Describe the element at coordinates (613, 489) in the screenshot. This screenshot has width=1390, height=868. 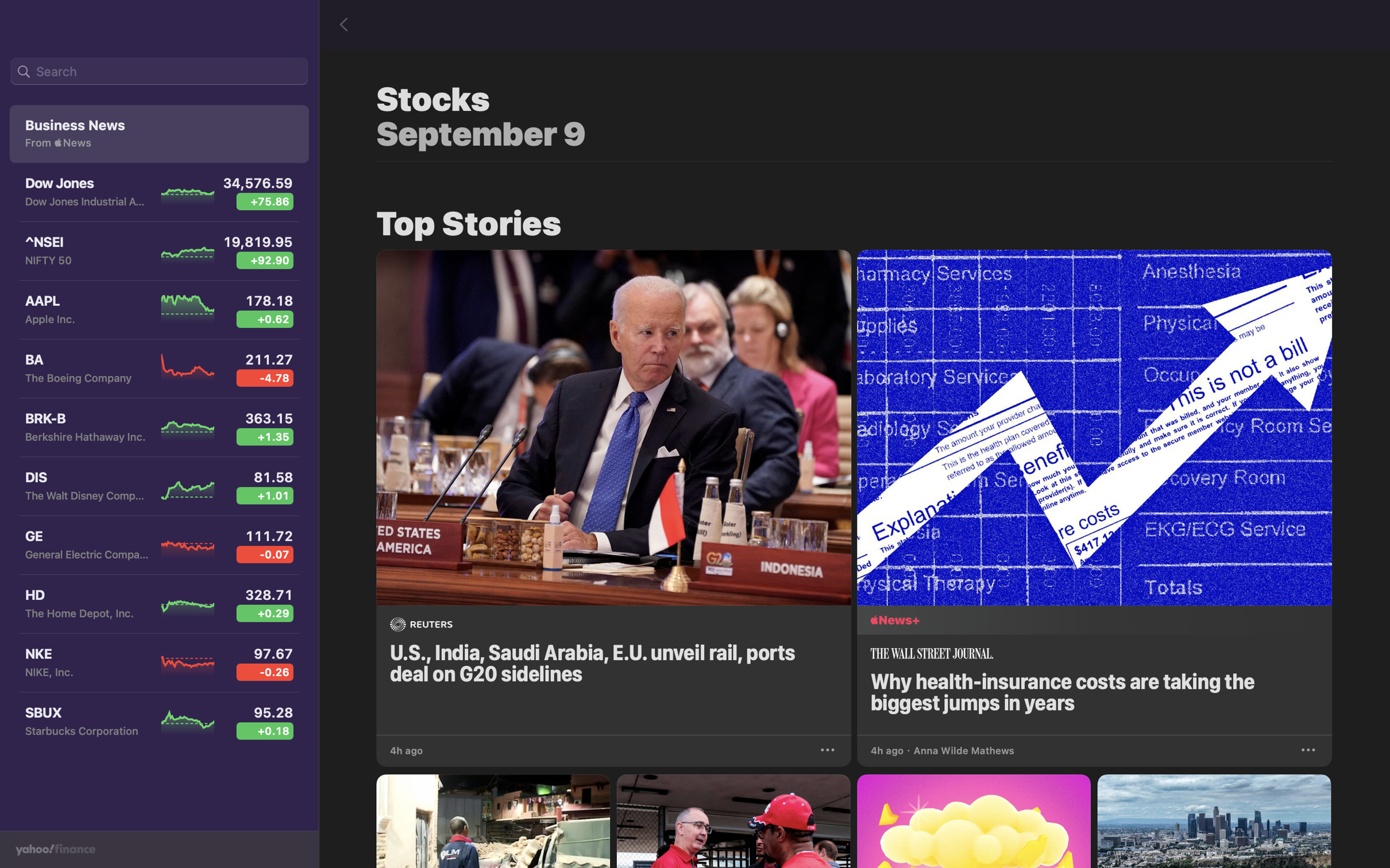
I see `the G20 news that is presented on the panel` at that location.